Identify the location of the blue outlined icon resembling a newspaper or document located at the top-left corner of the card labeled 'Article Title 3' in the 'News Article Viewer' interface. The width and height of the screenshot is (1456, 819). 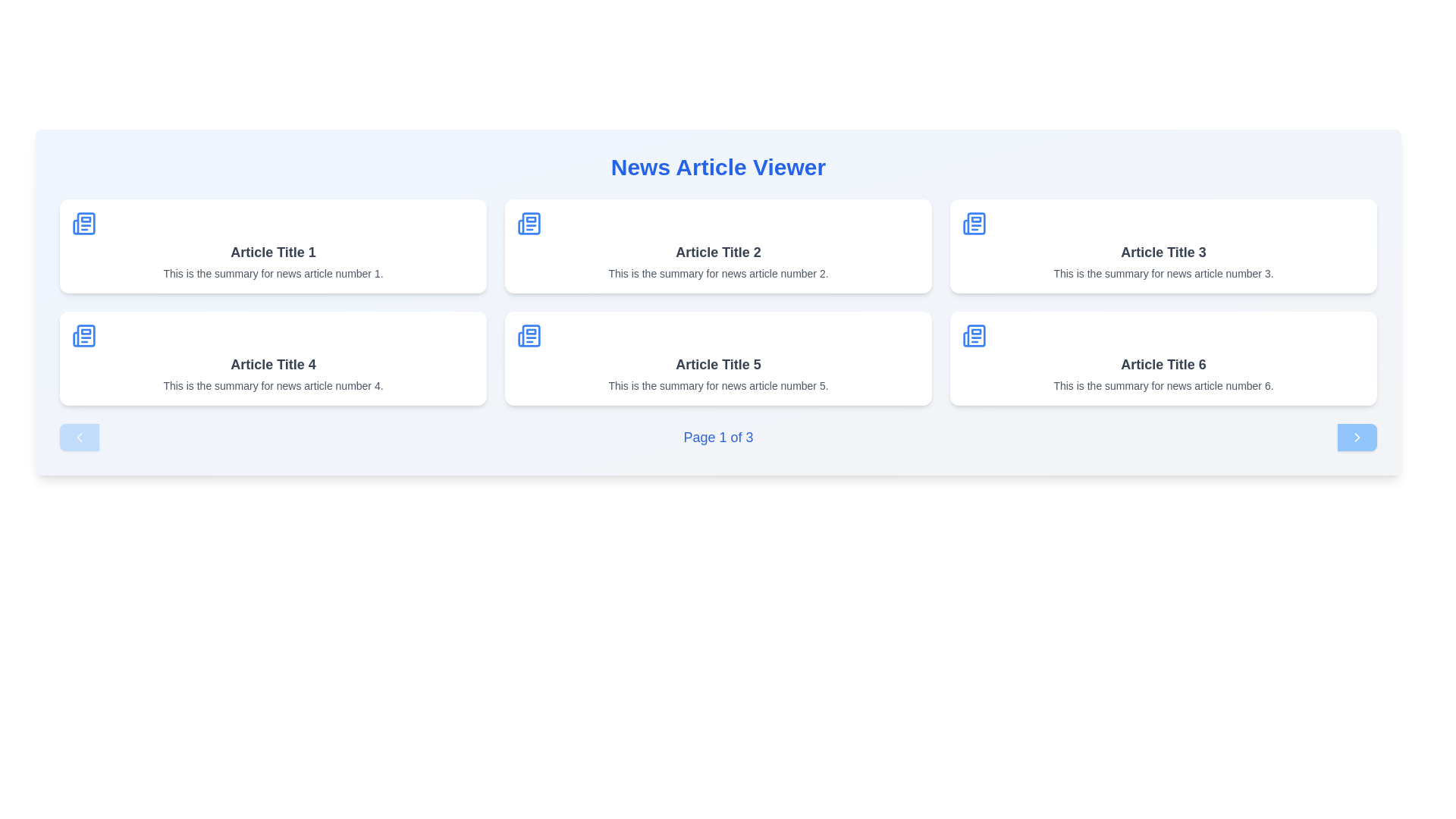
(974, 223).